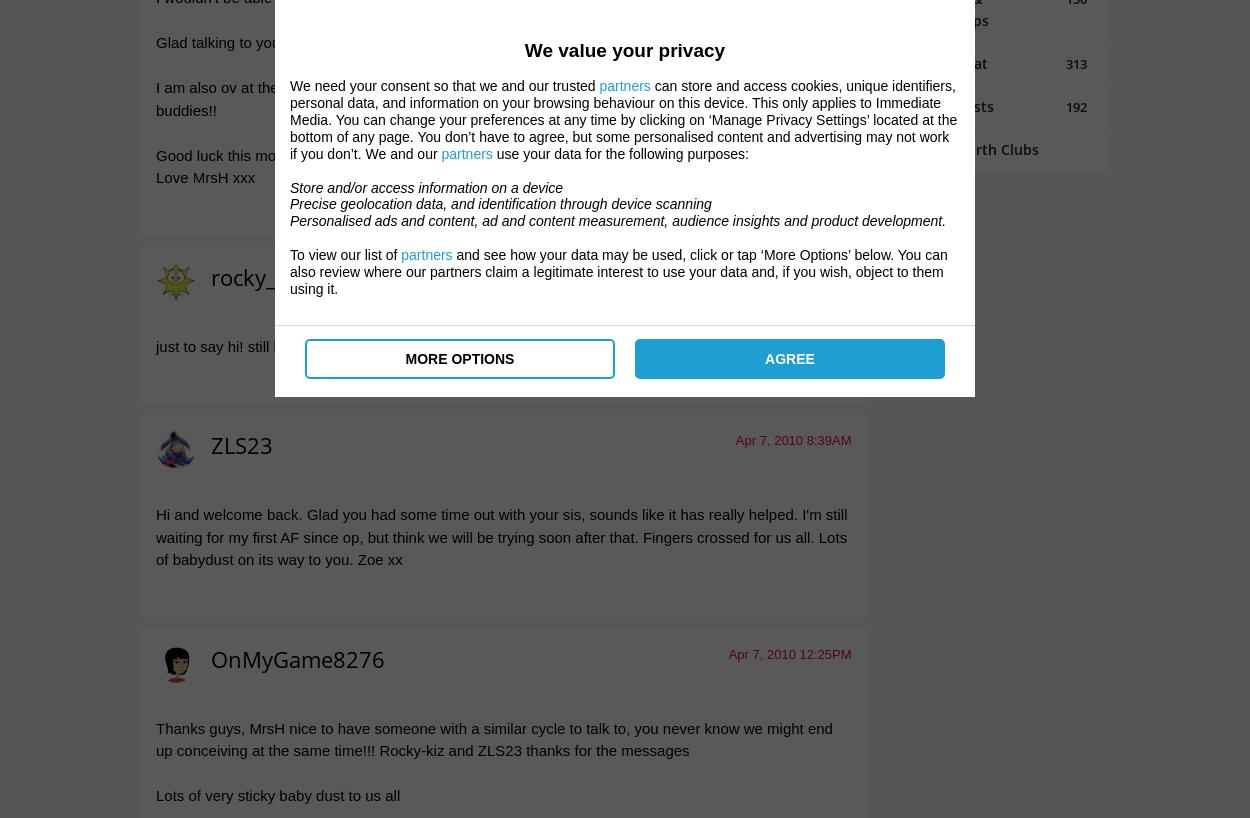 The image size is (1250, 818). I want to click on 'just to say hi! still here unfortunately! lol, glad ur feeling better! xx', so click(156, 345).